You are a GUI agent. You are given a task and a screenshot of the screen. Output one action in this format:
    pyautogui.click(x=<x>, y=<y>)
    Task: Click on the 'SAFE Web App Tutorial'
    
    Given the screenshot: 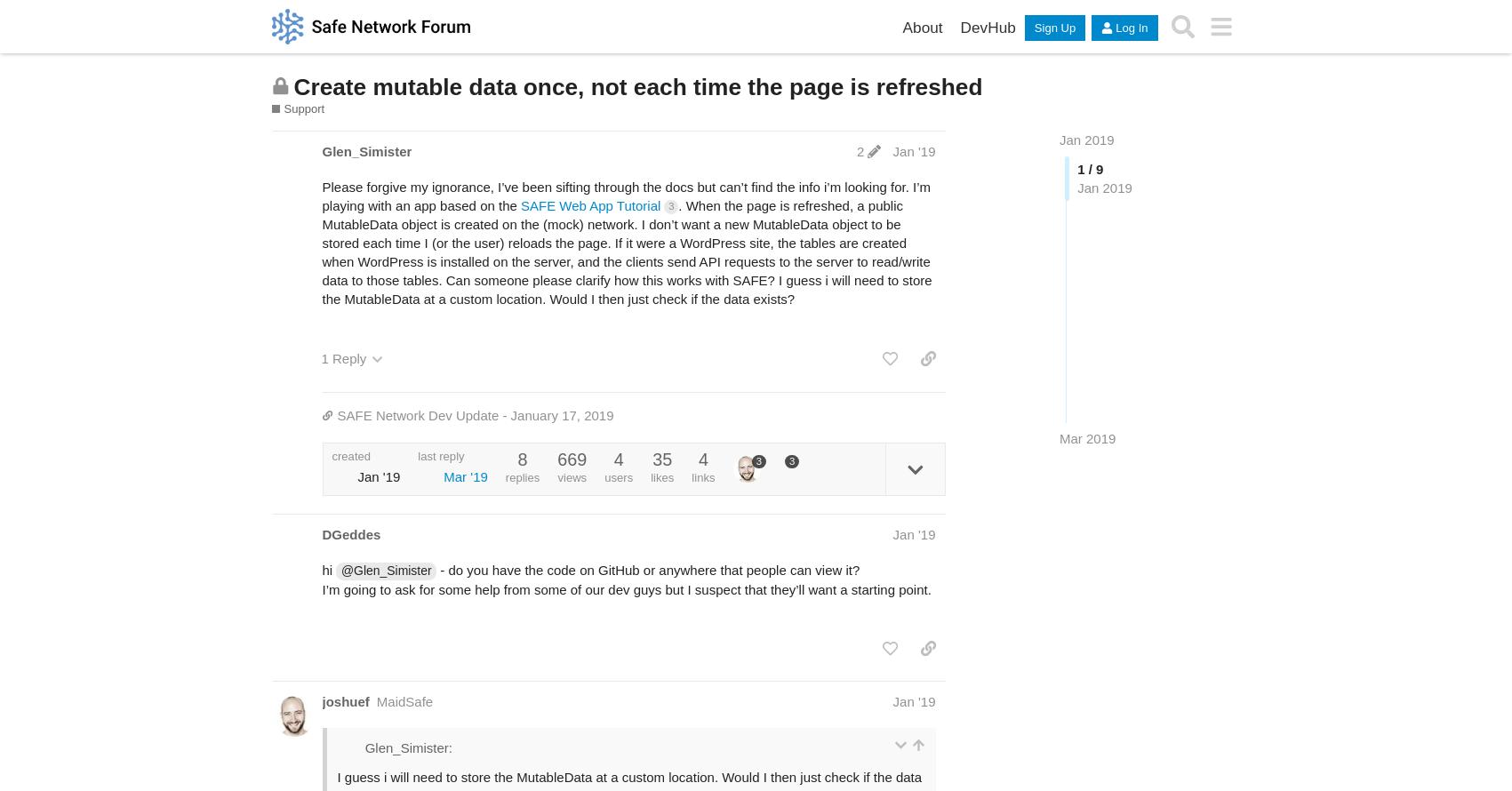 What is the action you would take?
    pyautogui.click(x=589, y=204)
    